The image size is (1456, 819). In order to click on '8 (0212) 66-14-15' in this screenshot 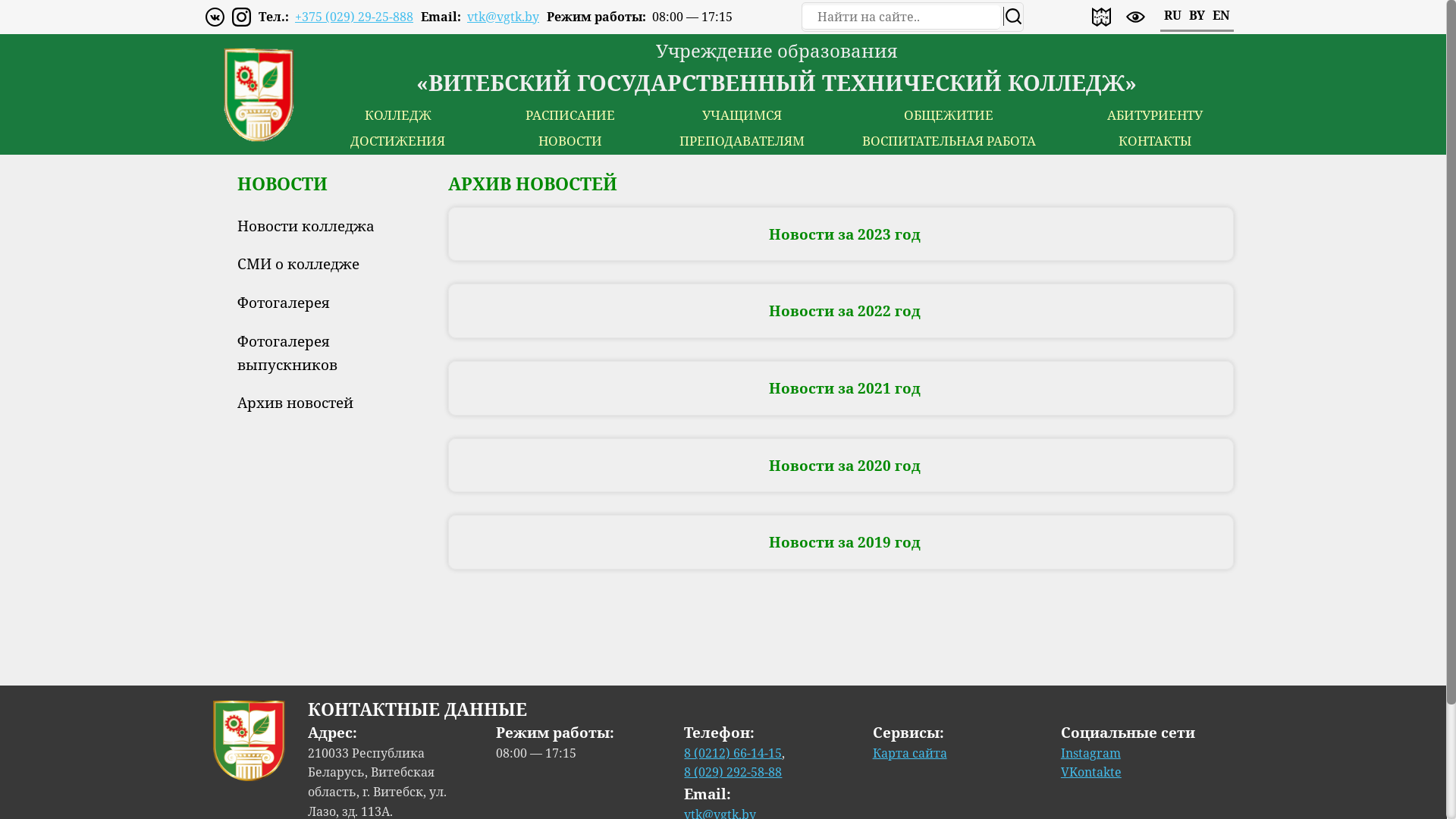, I will do `click(683, 752)`.